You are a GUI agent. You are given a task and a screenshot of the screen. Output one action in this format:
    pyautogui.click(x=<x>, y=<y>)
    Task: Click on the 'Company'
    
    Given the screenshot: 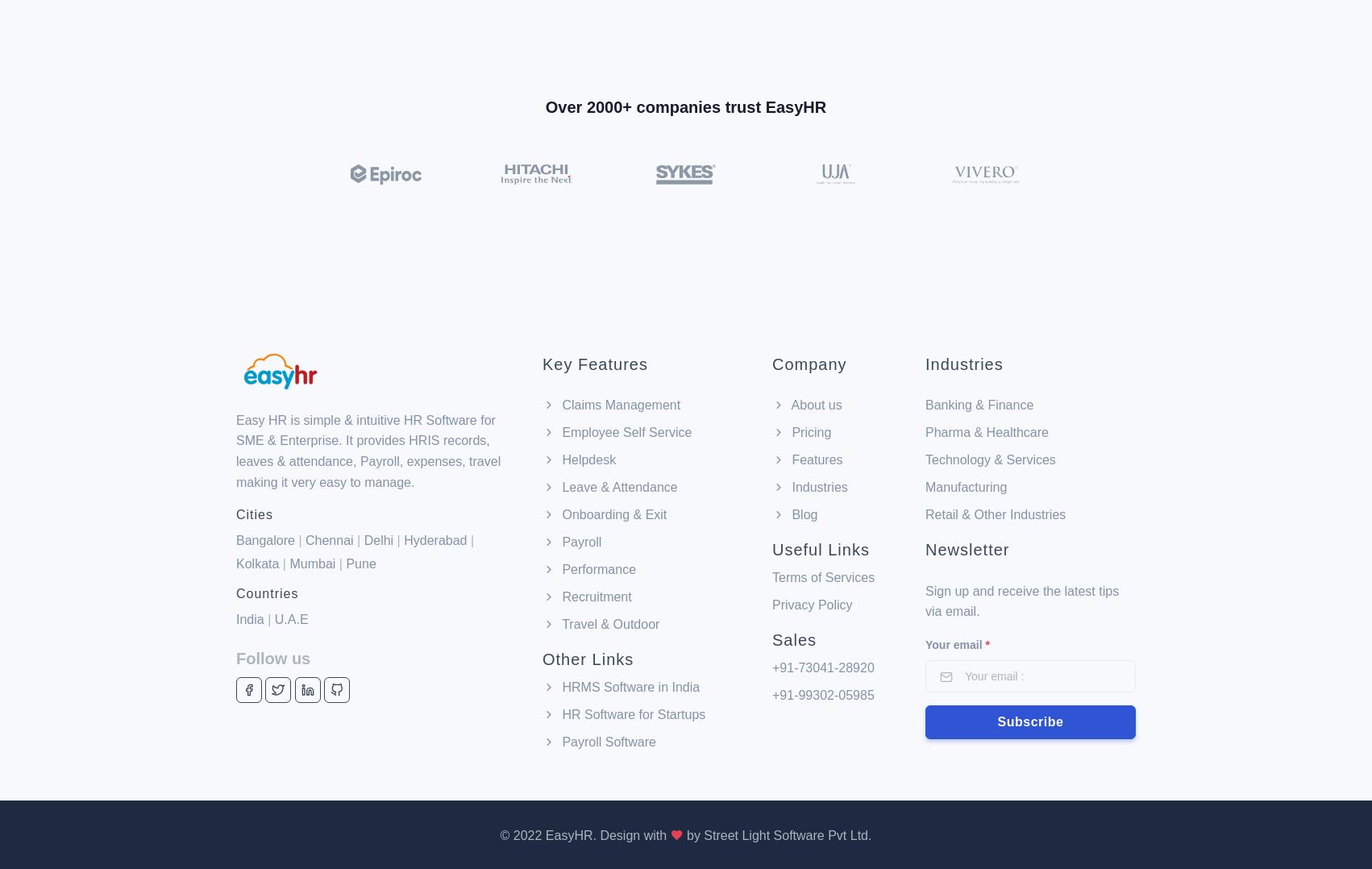 What is the action you would take?
    pyautogui.click(x=809, y=278)
    